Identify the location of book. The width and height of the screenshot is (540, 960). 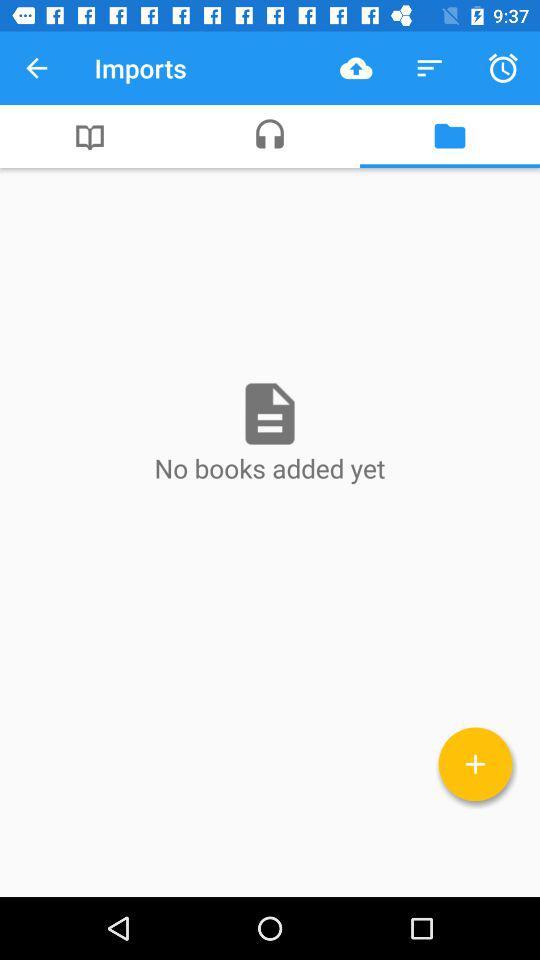
(474, 763).